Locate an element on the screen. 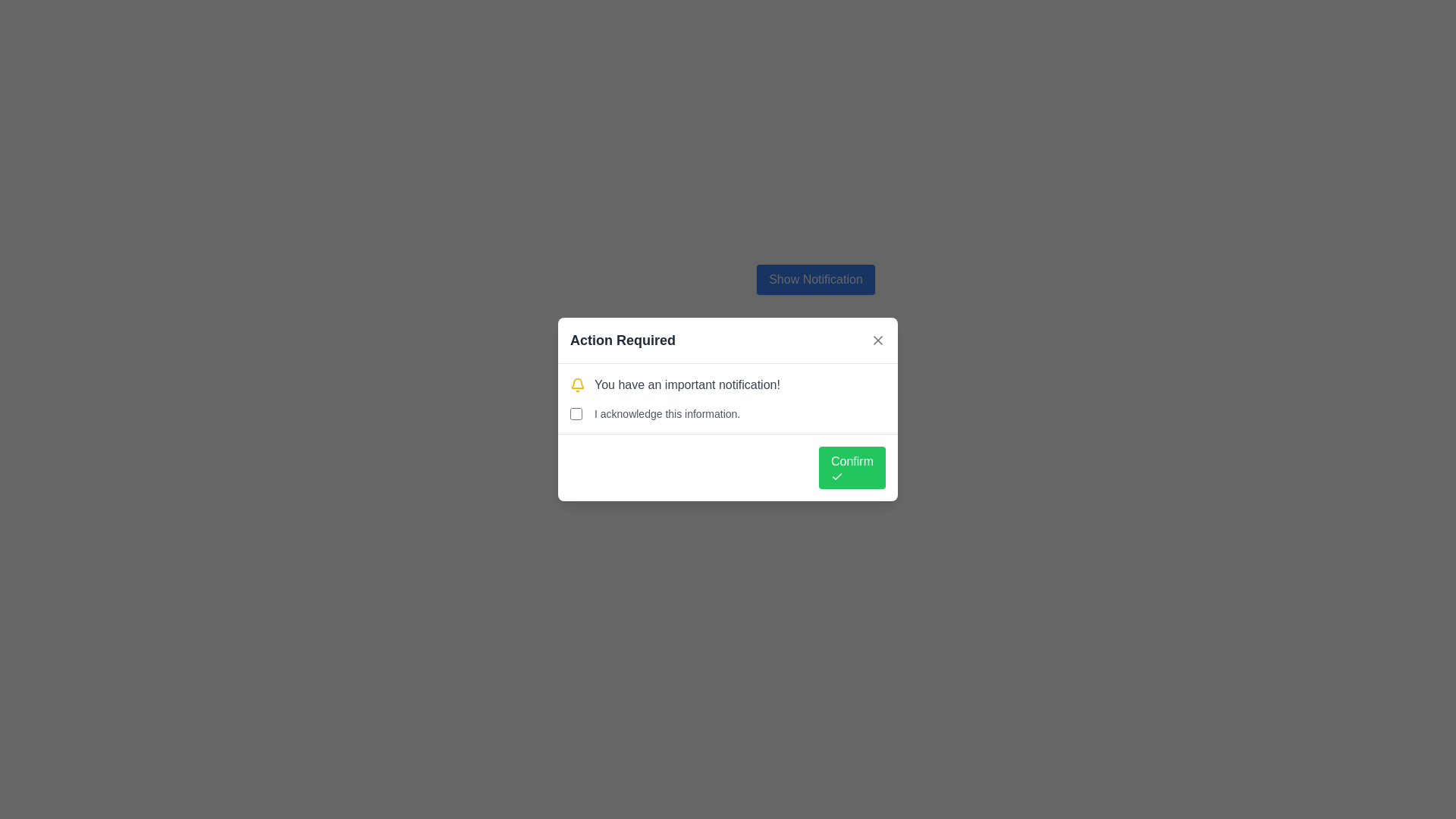 The width and height of the screenshot is (1456, 819). the confirm button located in the bottom-right corner of the 'Action Required' dialog box to trigger the hover effect is located at coordinates (852, 467).